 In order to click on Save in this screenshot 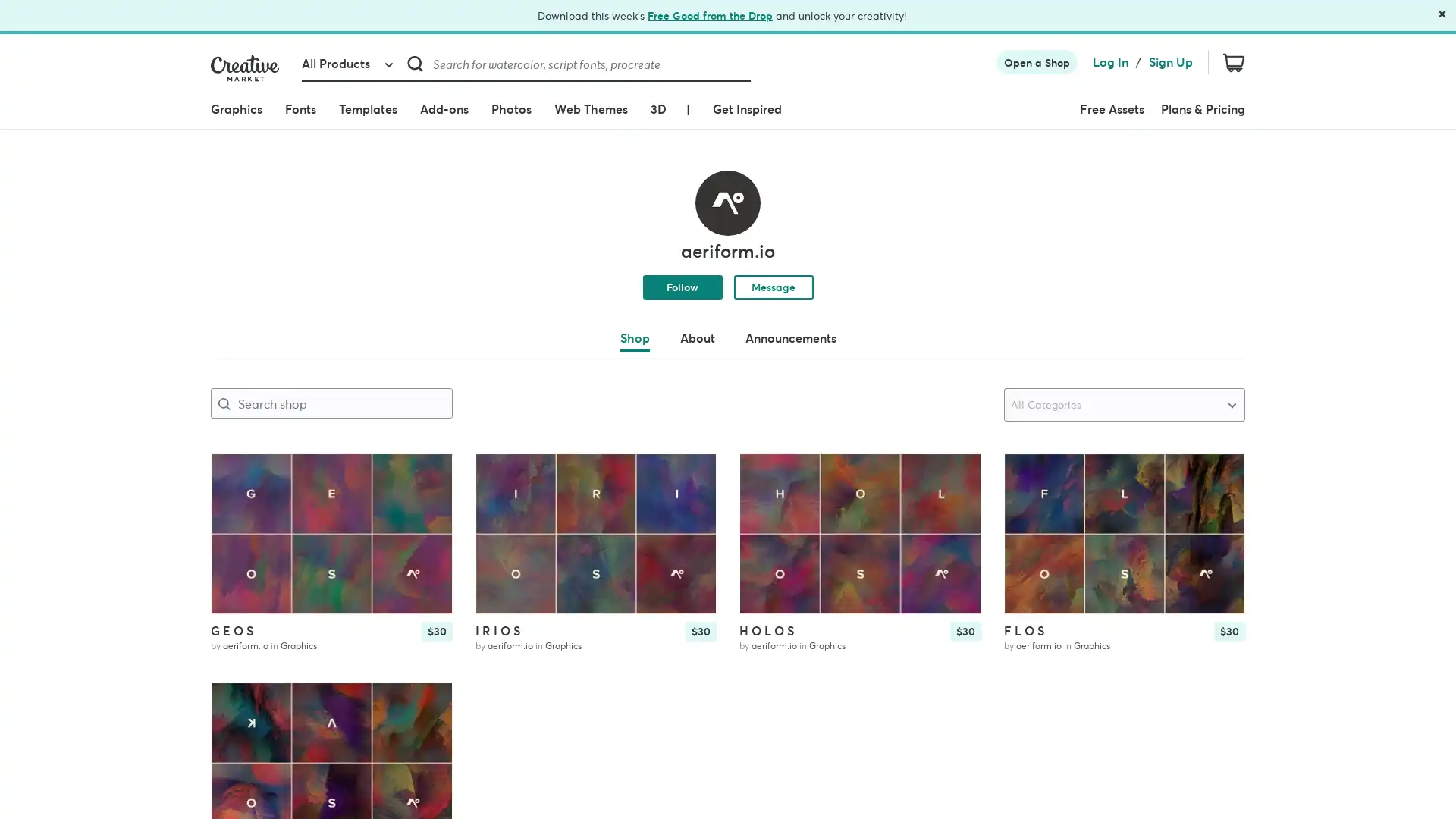, I will do `click(426, 500)`.